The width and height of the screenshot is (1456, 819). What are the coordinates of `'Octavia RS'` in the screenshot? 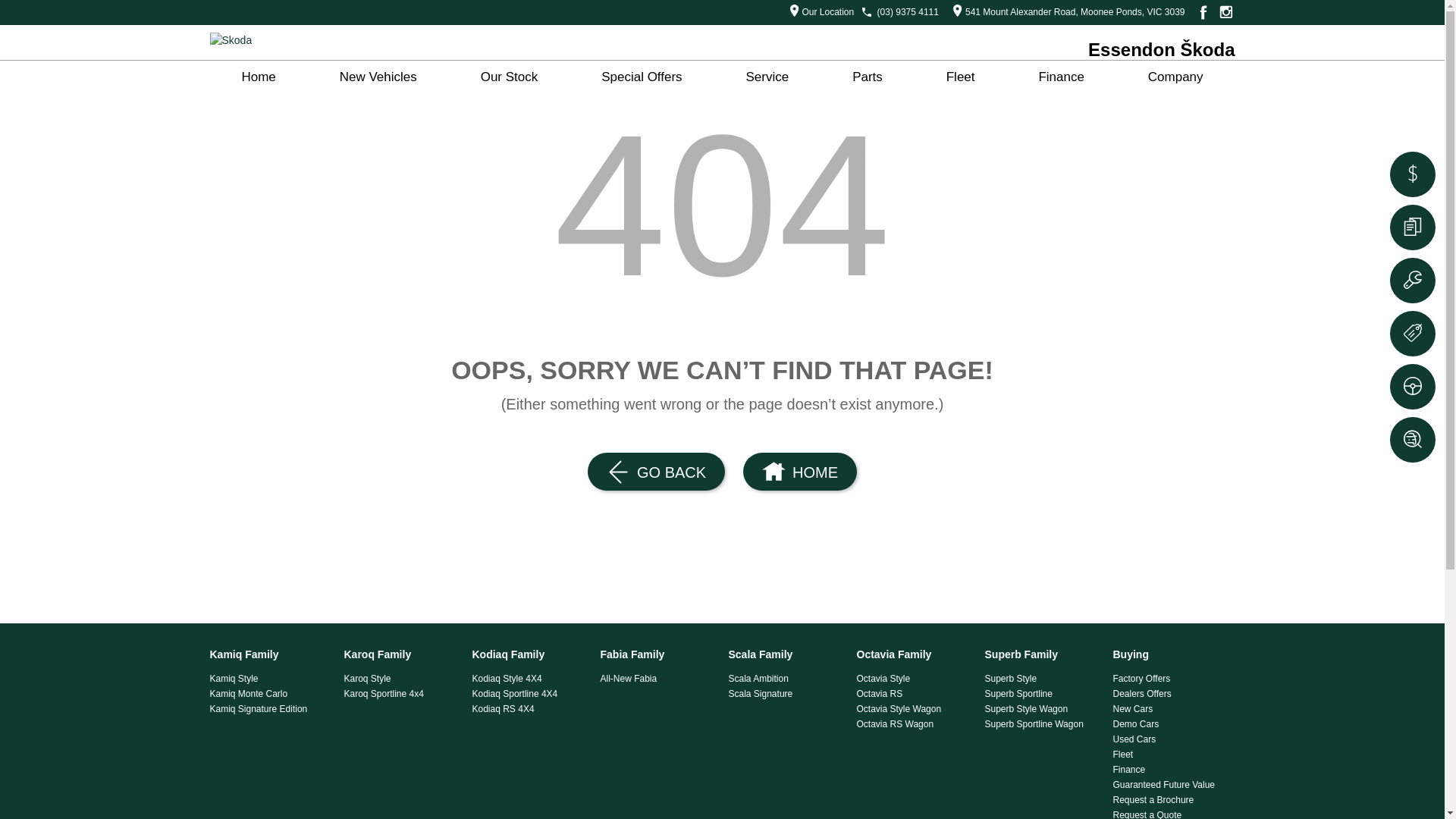 It's located at (914, 693).